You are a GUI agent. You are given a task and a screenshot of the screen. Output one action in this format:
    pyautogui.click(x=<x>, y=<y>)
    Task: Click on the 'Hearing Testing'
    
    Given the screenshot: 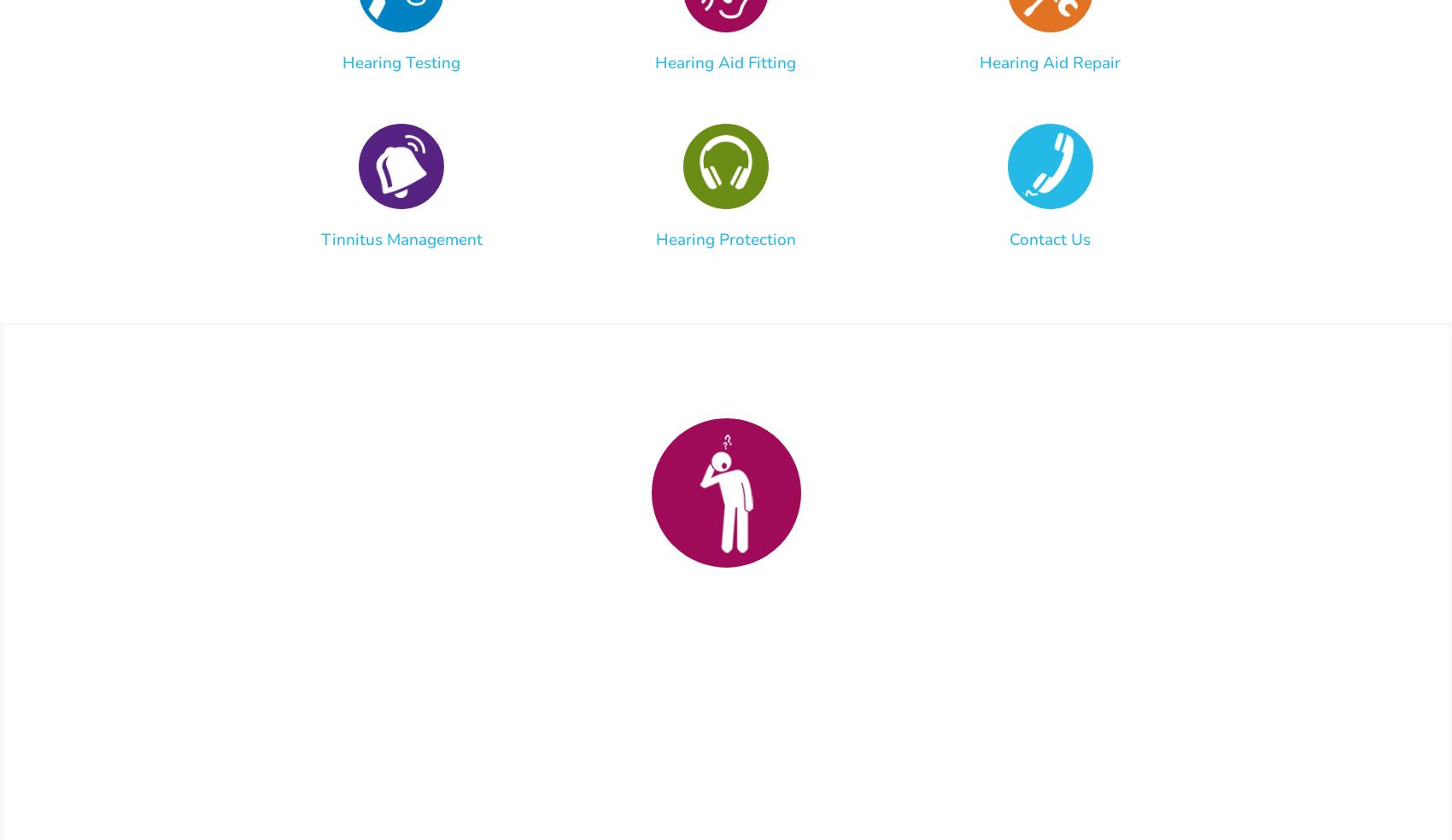 What is the action you would take?
    pyautogui.click(x=401, y=61)
    